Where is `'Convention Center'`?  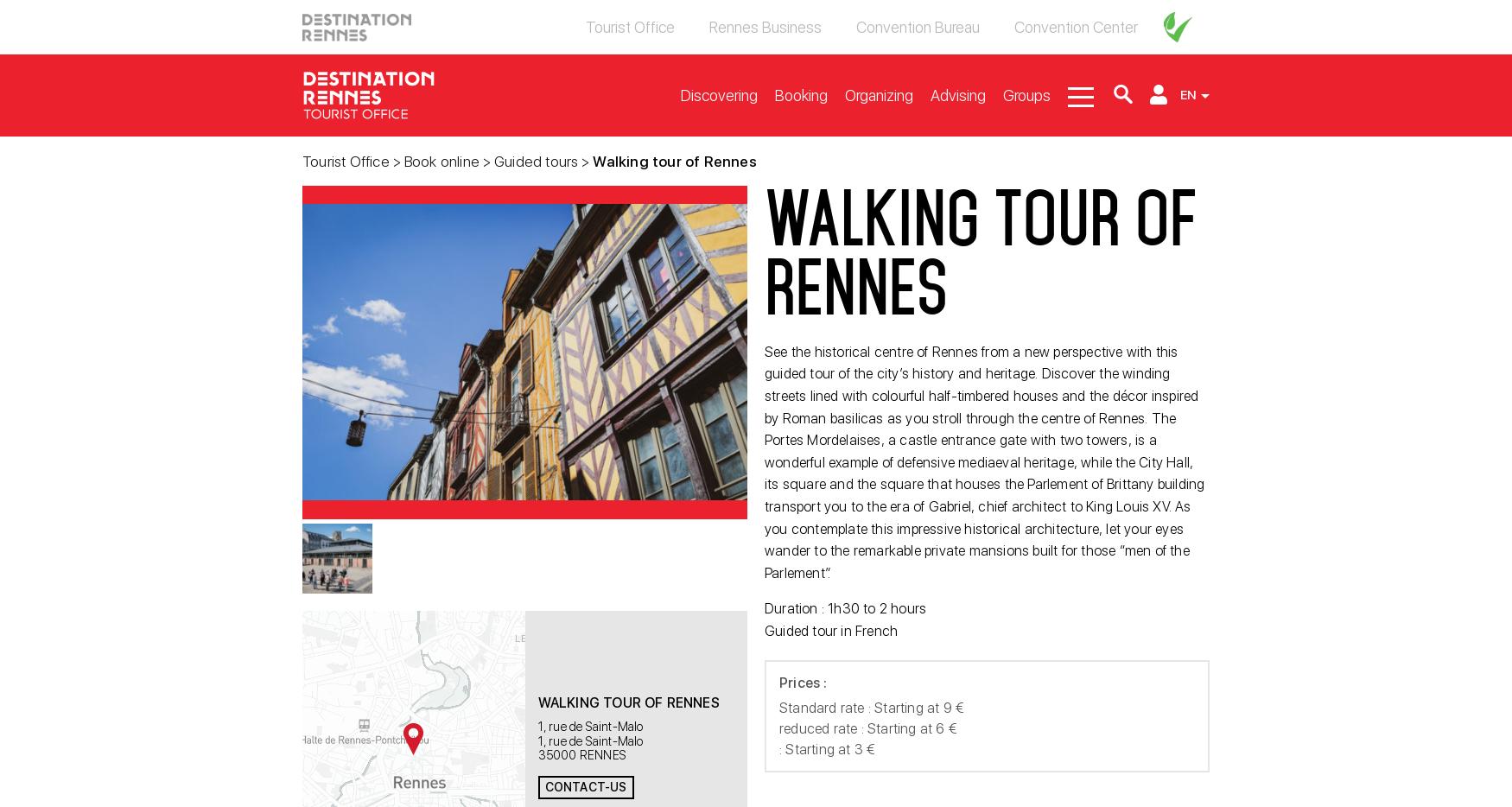
'Convention Center' is located at coordinates (1076, 26).